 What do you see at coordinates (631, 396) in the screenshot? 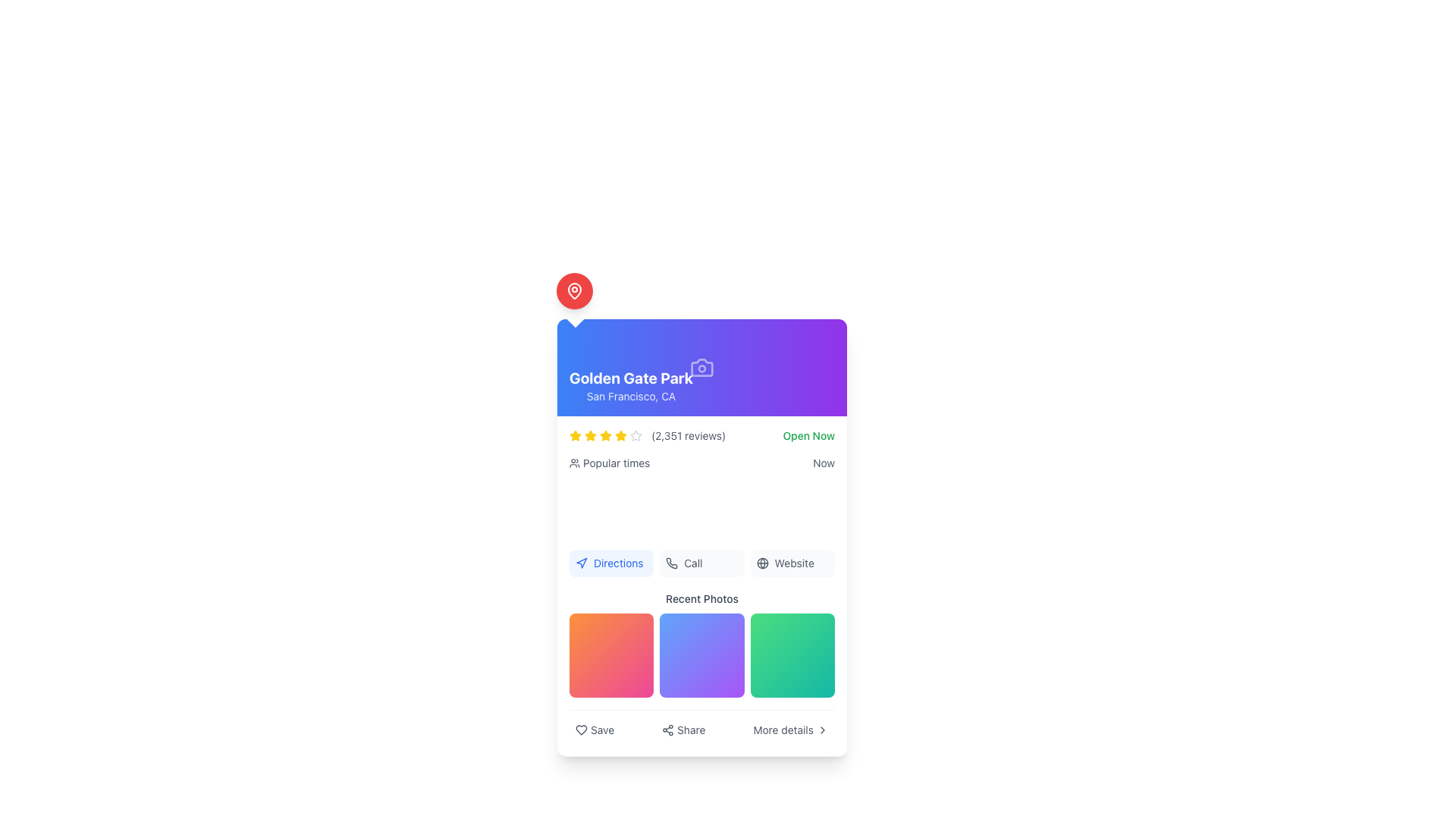
I see `the second text label located below the 'Golden Gate Park' title in the card interface` at bounding box center [631, 396].